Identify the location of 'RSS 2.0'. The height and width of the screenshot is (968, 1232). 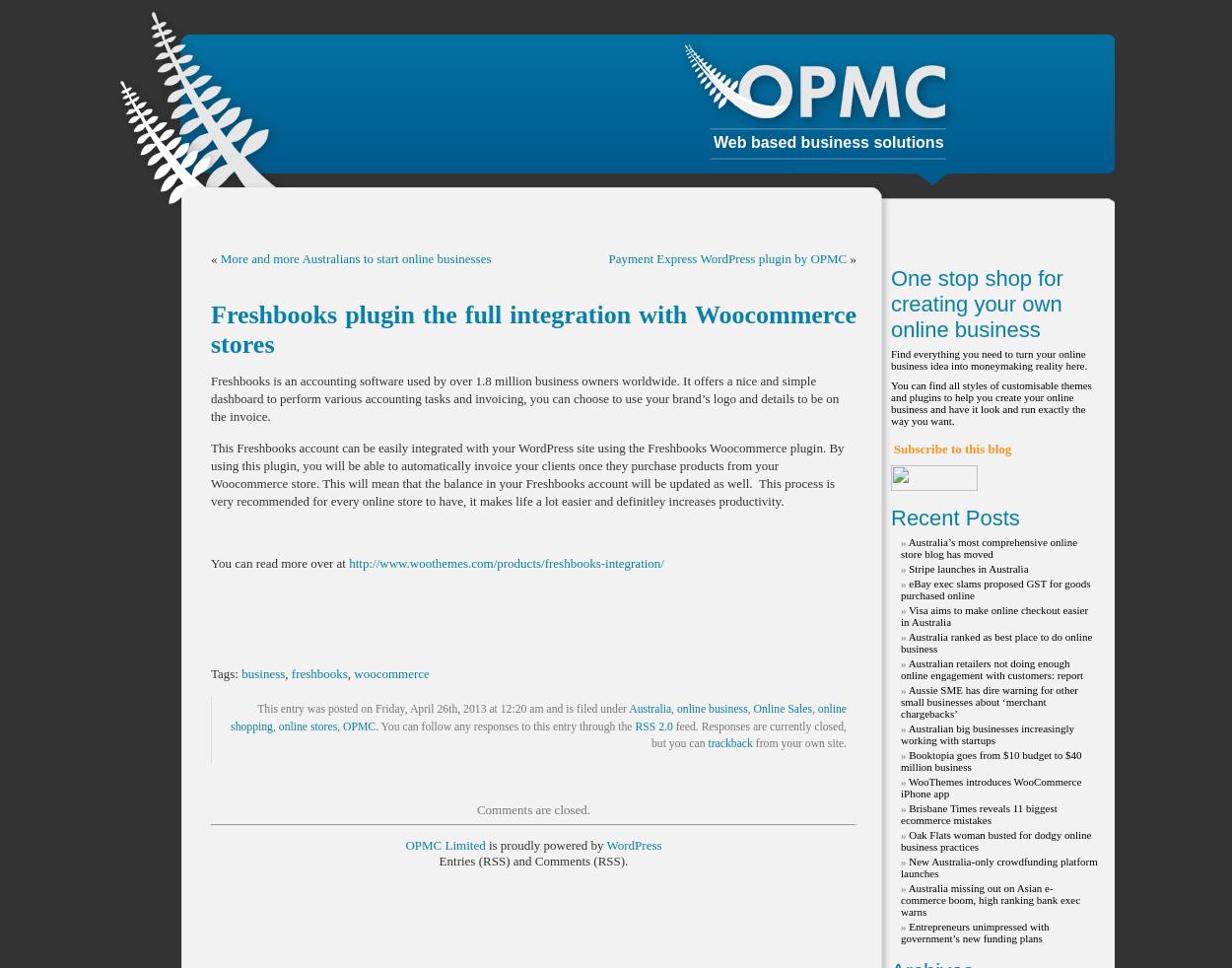
(635, 725).